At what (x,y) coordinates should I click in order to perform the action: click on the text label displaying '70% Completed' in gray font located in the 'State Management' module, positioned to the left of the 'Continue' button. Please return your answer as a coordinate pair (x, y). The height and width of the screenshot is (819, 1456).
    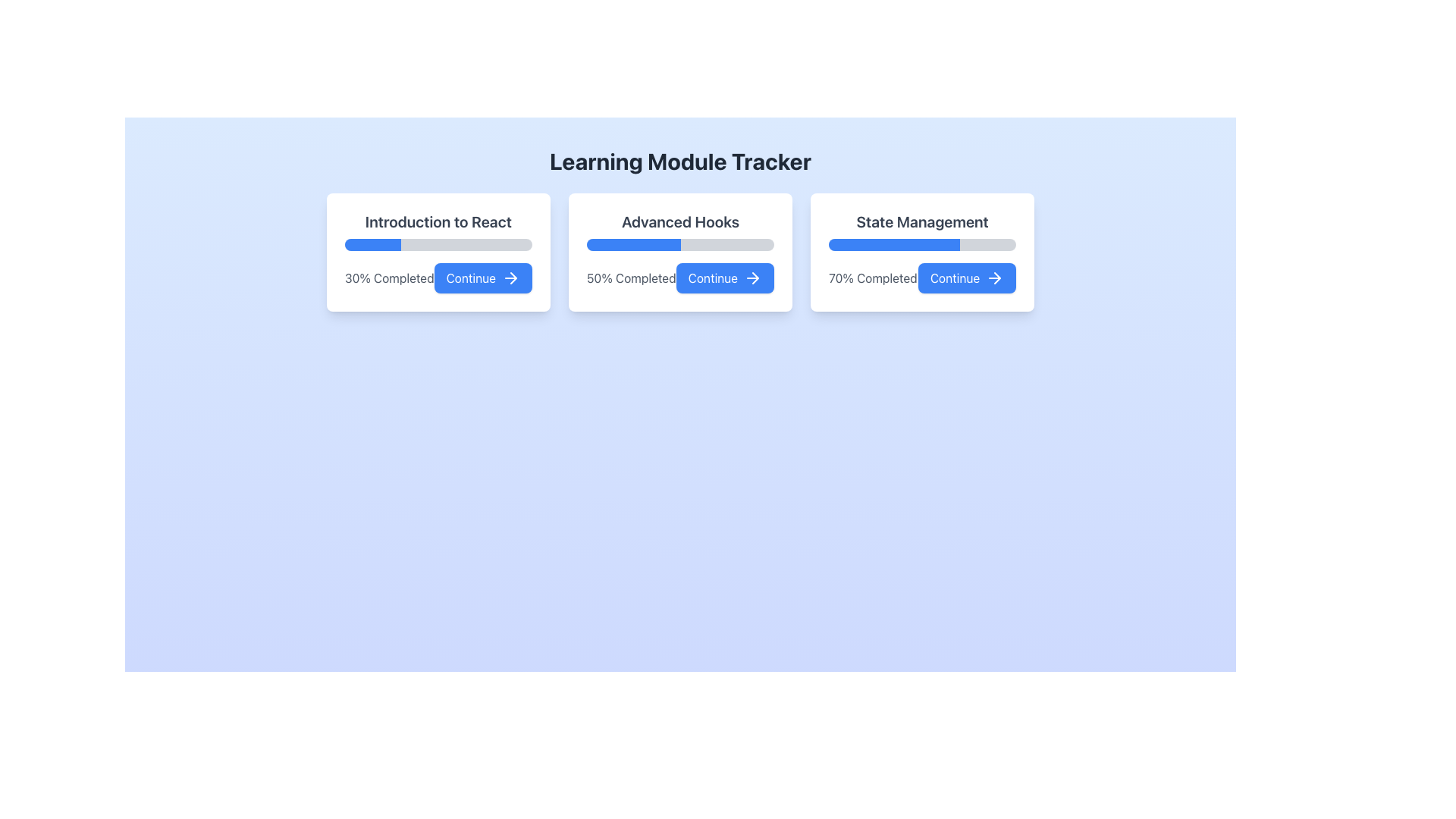
    Looking at the image, I should click on (873, 278).